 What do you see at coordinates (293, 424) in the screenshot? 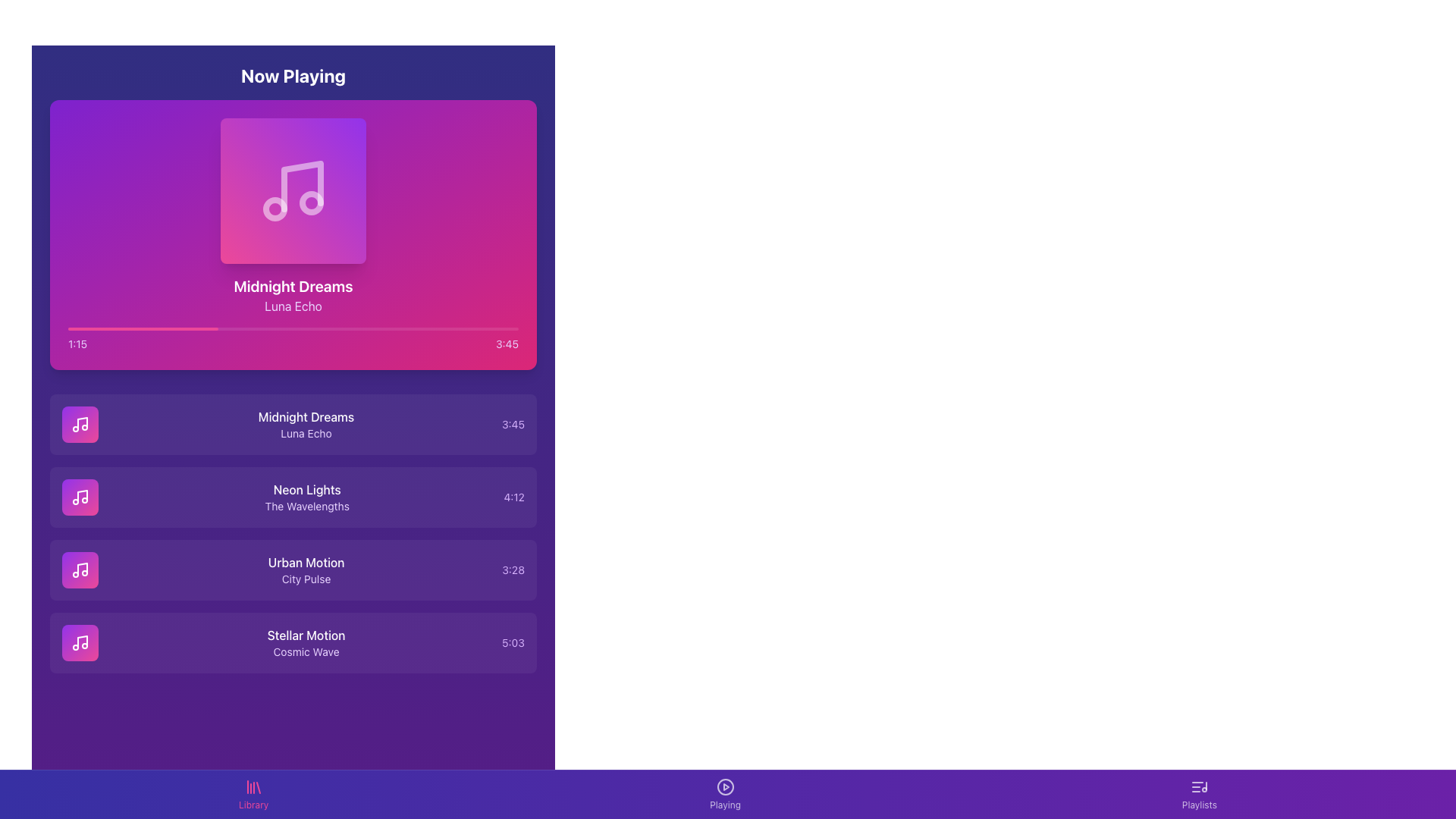
I see `the first song entry in the list, titled 'Midnight Dreams' by 'Luna Echo', which has a purple background and is located below the 'Now Playing' section` at bounding box center [293, 424].